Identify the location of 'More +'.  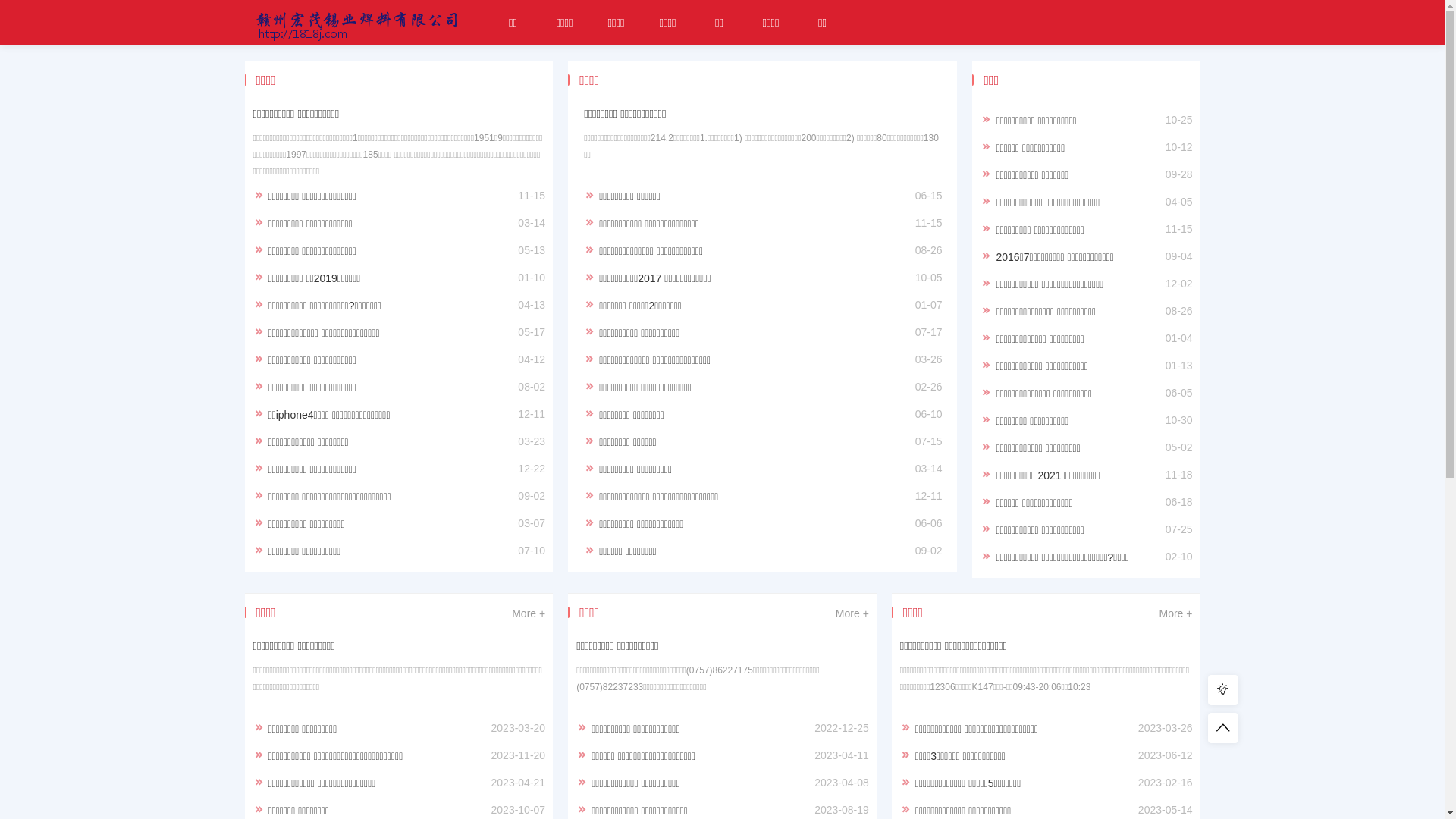
(1157, 613).